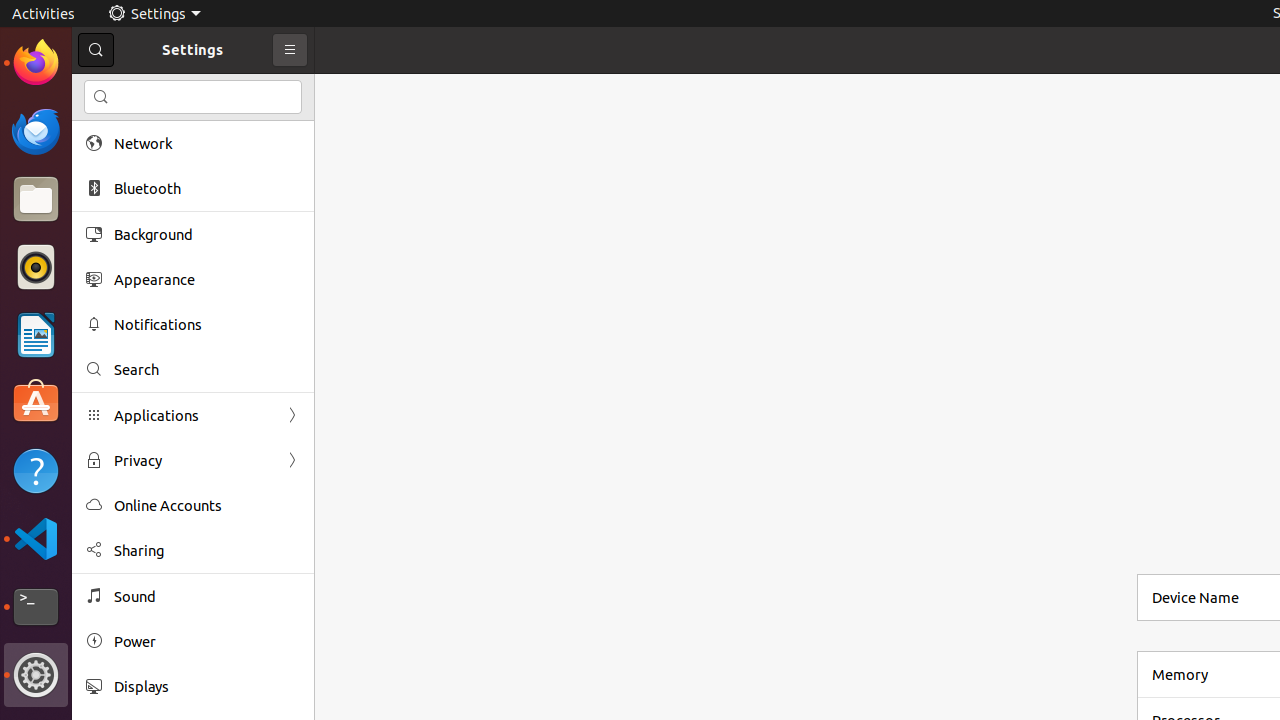  What do you see at coordinates (206, 233) in the screenshot?
I see `'Background'` at bounding box center [206, 233].